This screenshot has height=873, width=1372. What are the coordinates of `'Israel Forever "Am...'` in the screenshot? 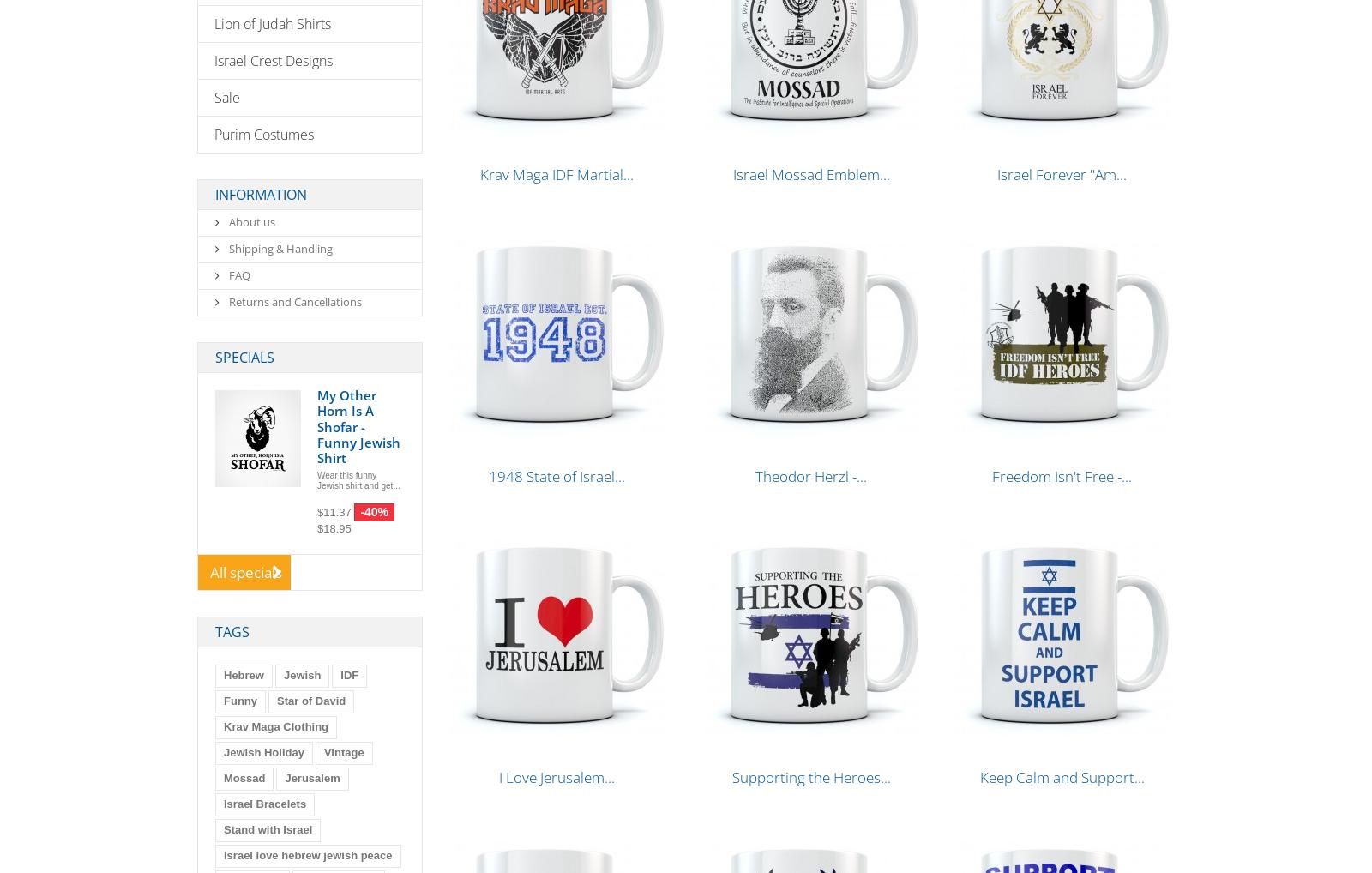 It's located at (1061, 174).